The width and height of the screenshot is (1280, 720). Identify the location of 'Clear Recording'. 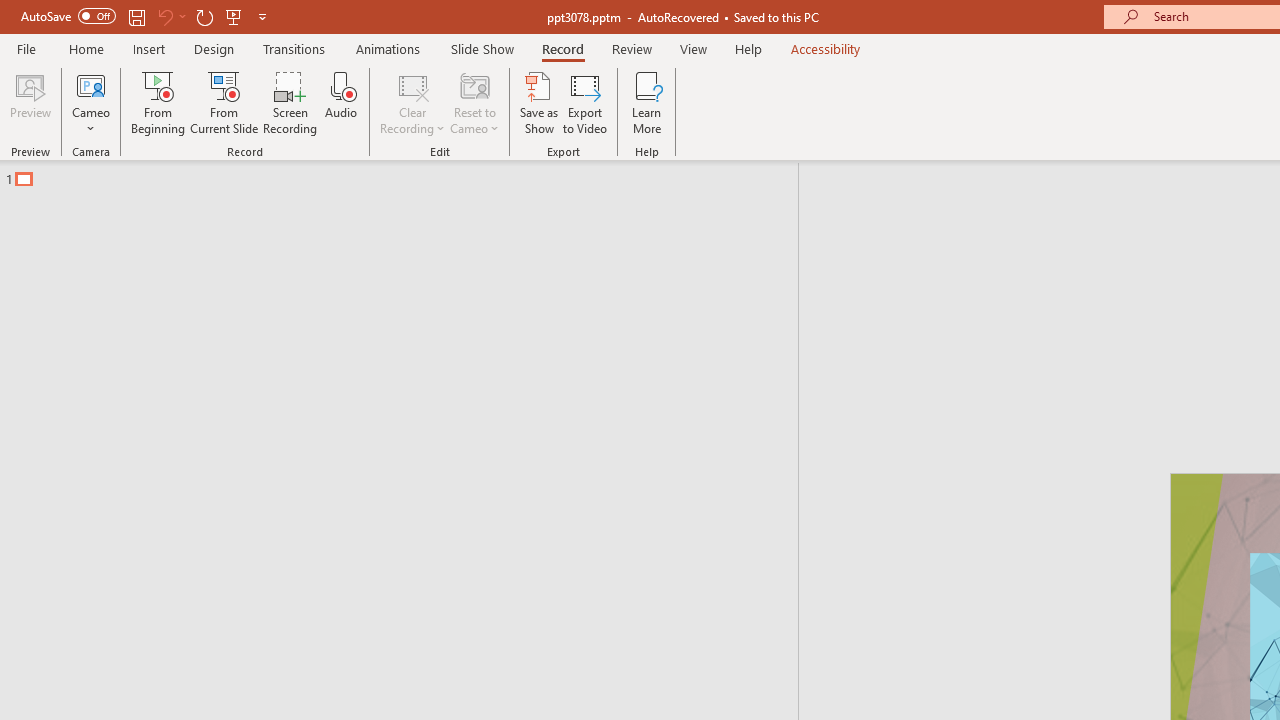
(411, 103).